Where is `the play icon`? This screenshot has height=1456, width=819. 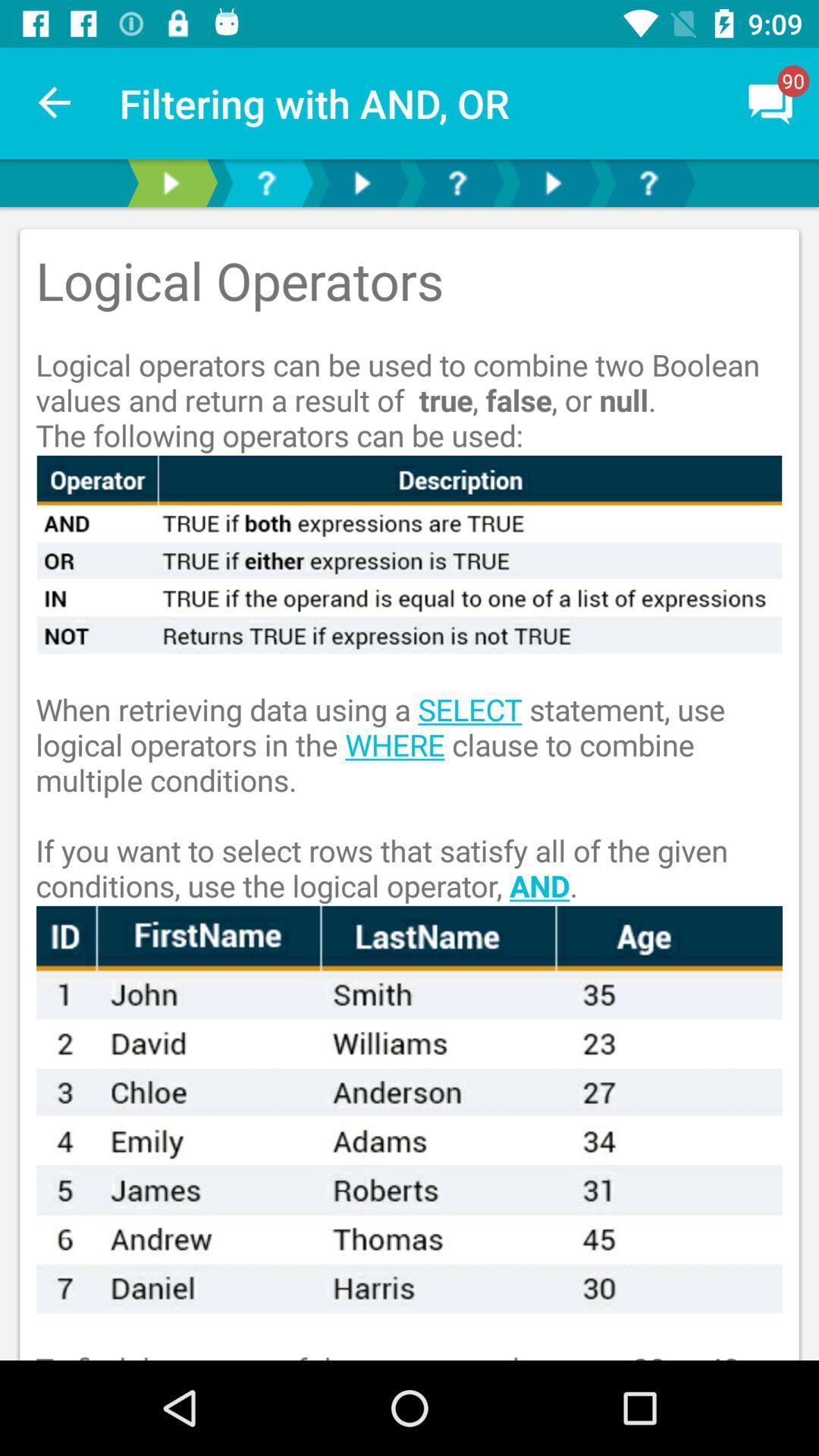
the play icon is located at coordinates (170, 182).